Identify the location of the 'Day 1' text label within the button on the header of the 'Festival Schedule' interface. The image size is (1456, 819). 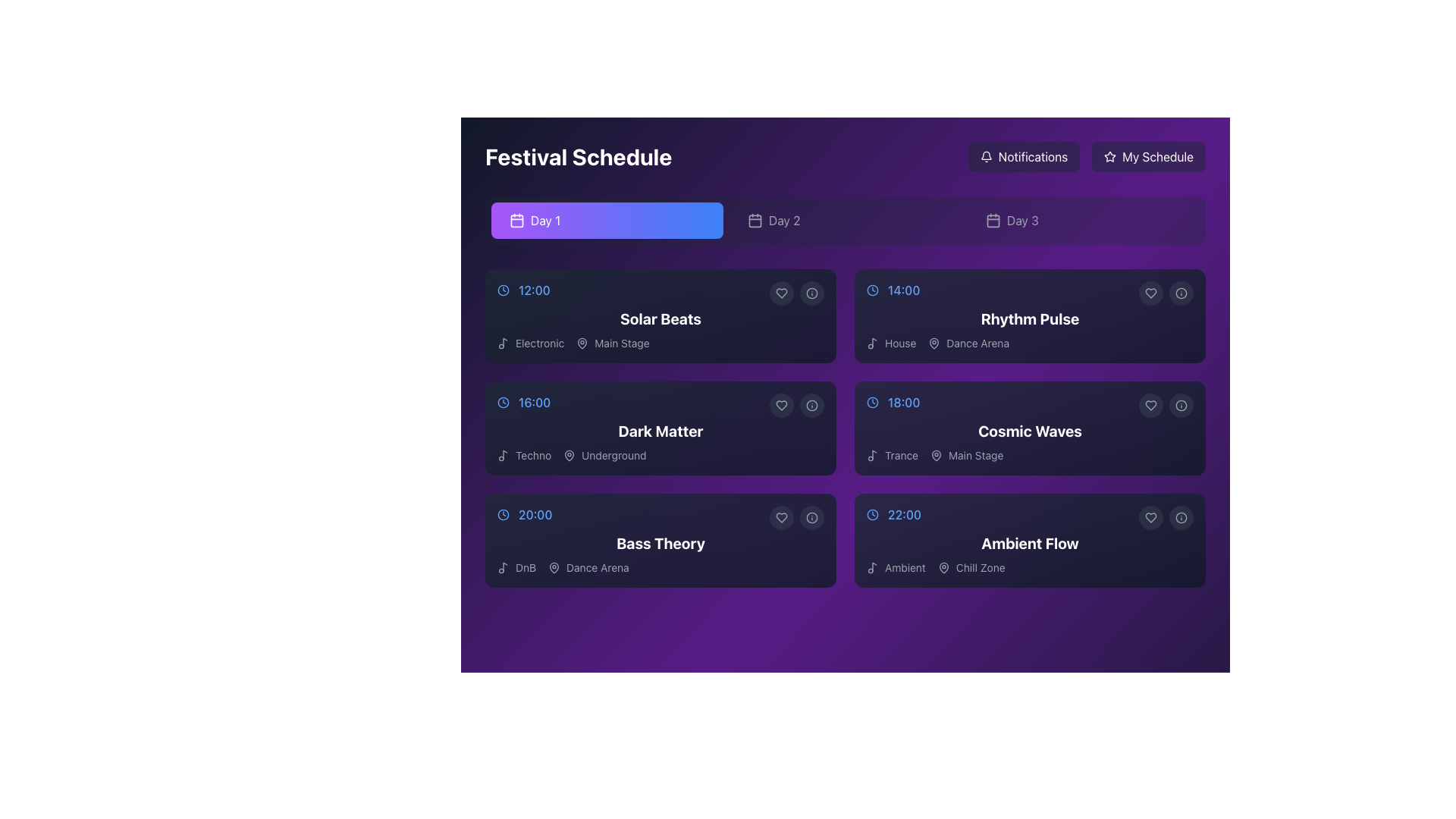
(545, 220).